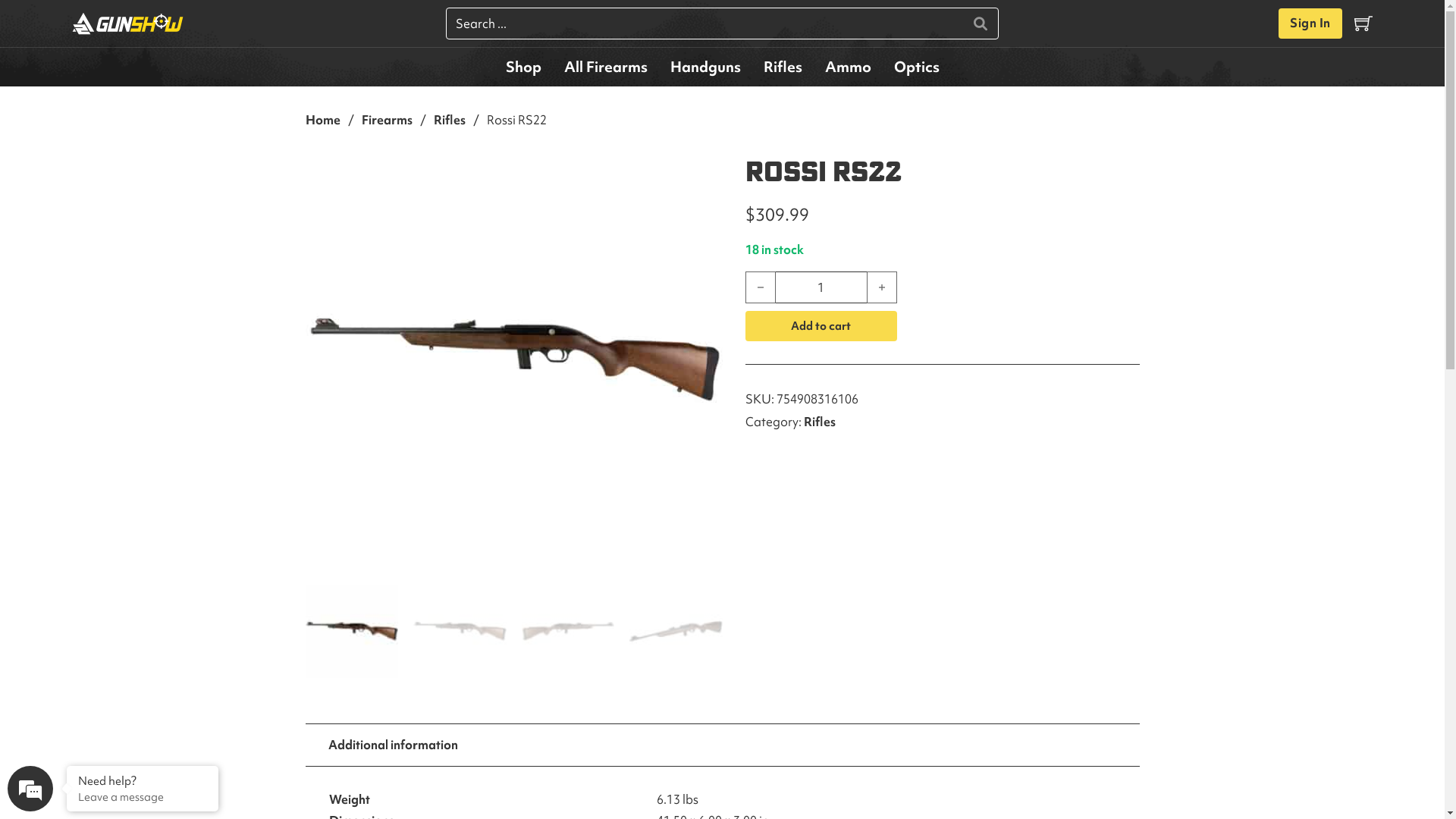 This screenshot has height=819, width=1456. What do you see at coordinates (359, 119) in the screenshot?
I see `'Firearms'` at bounding box center [359, 119].